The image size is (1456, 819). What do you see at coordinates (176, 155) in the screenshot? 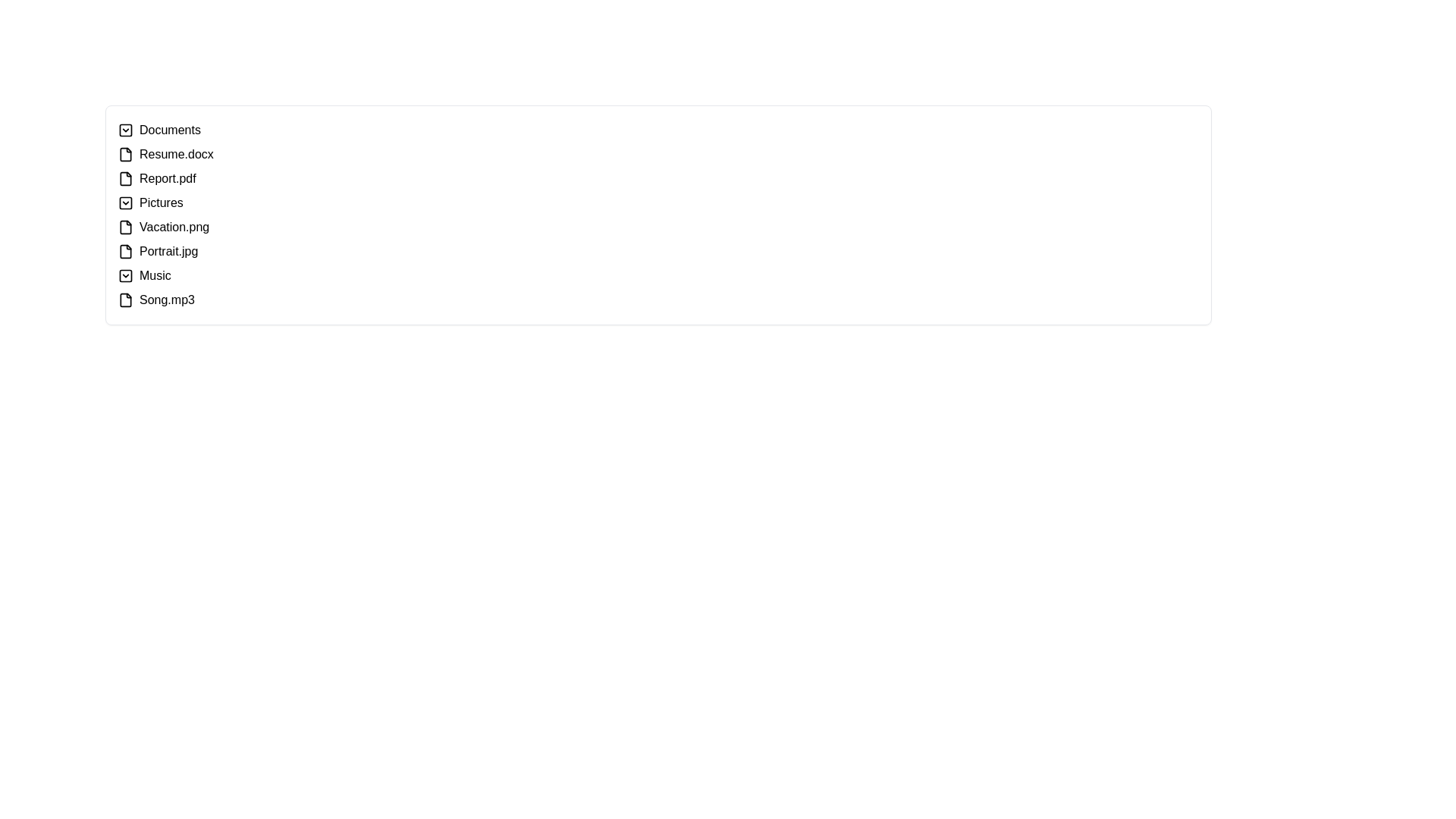
I see `the text label representing the name of the file` at bounding box center [176, 155].